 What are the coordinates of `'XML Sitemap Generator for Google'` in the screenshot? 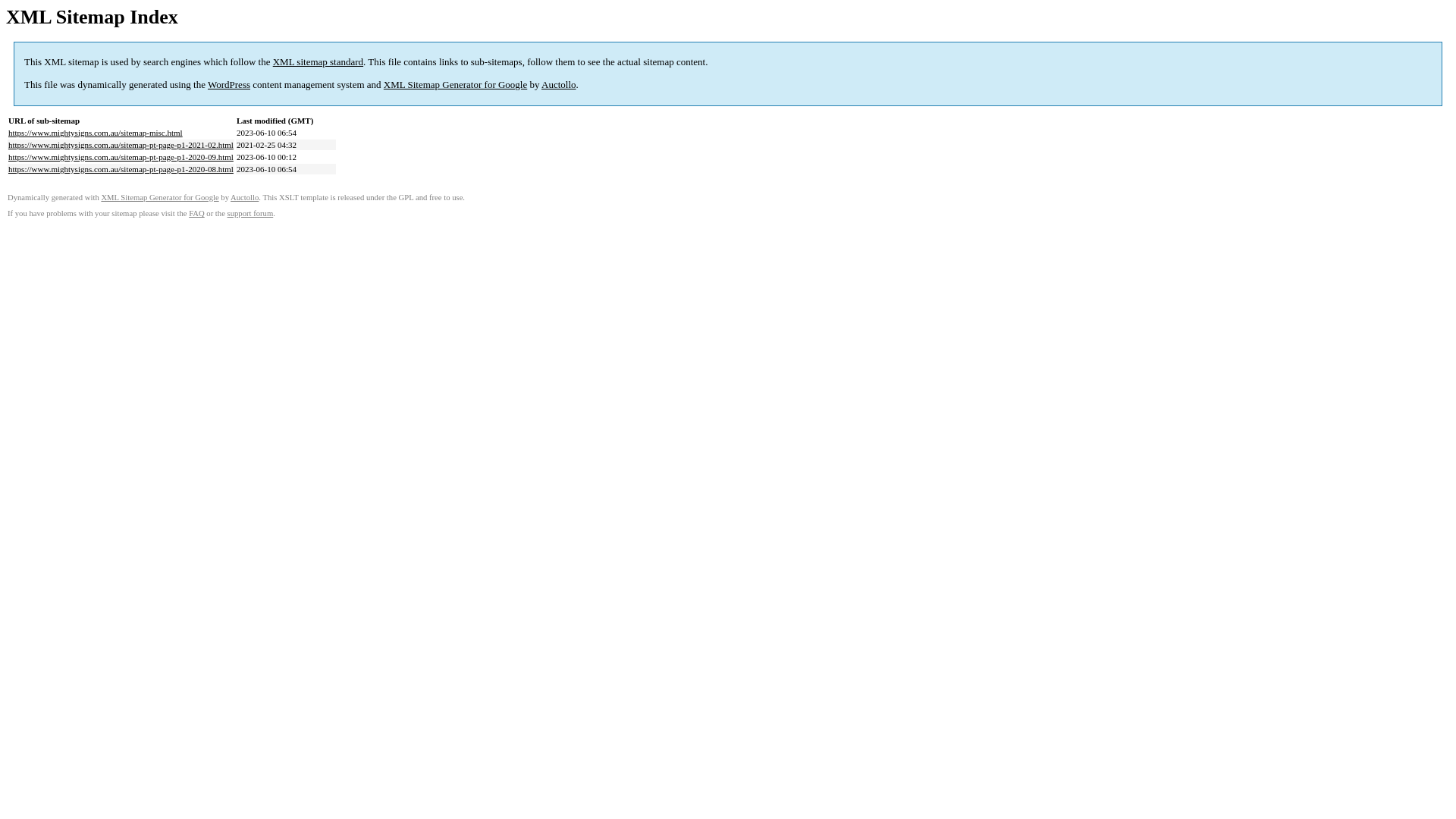 It's located at (454, 84).